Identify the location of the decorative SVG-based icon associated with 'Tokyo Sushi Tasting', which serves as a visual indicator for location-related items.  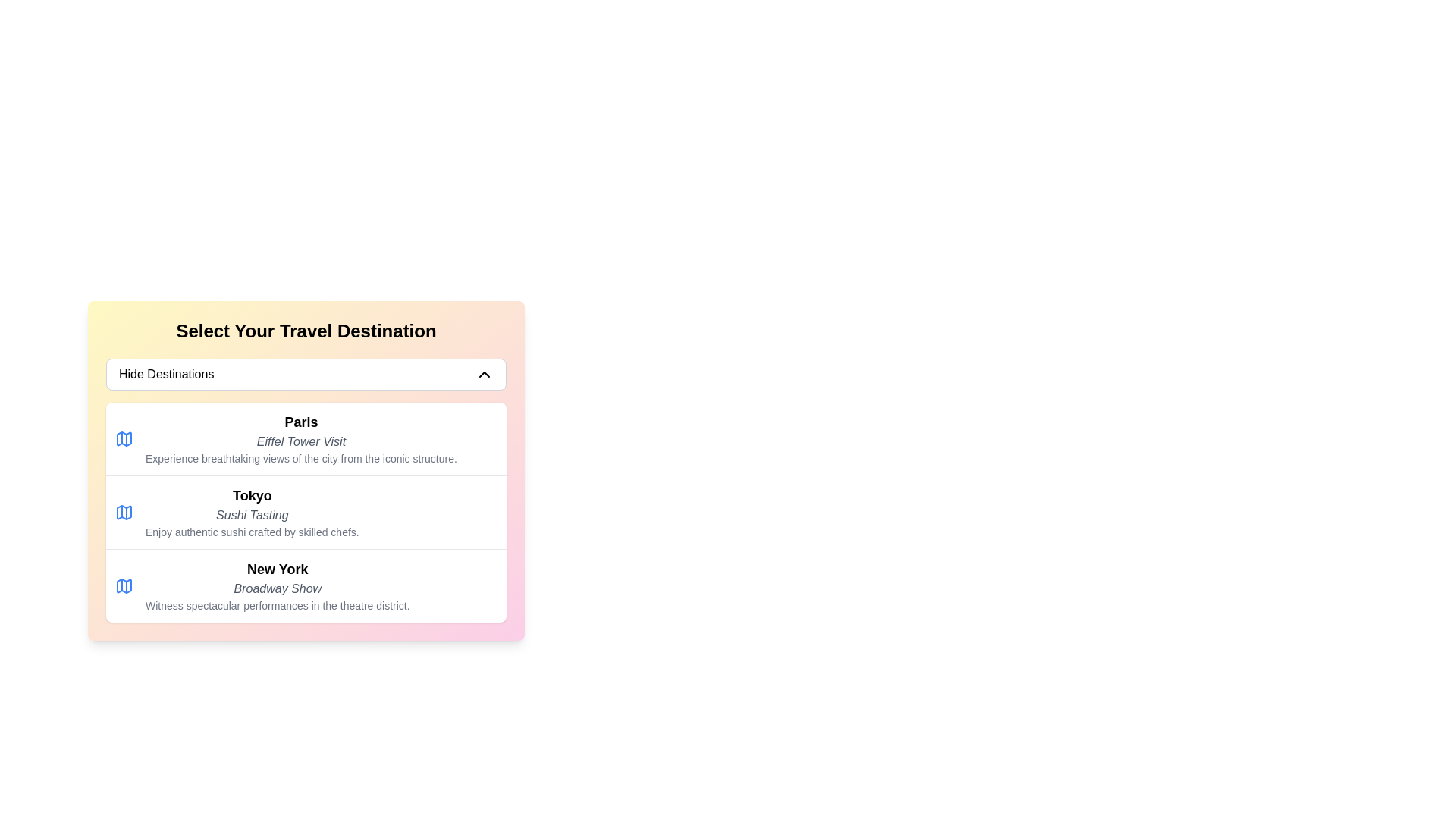
(124, 512).